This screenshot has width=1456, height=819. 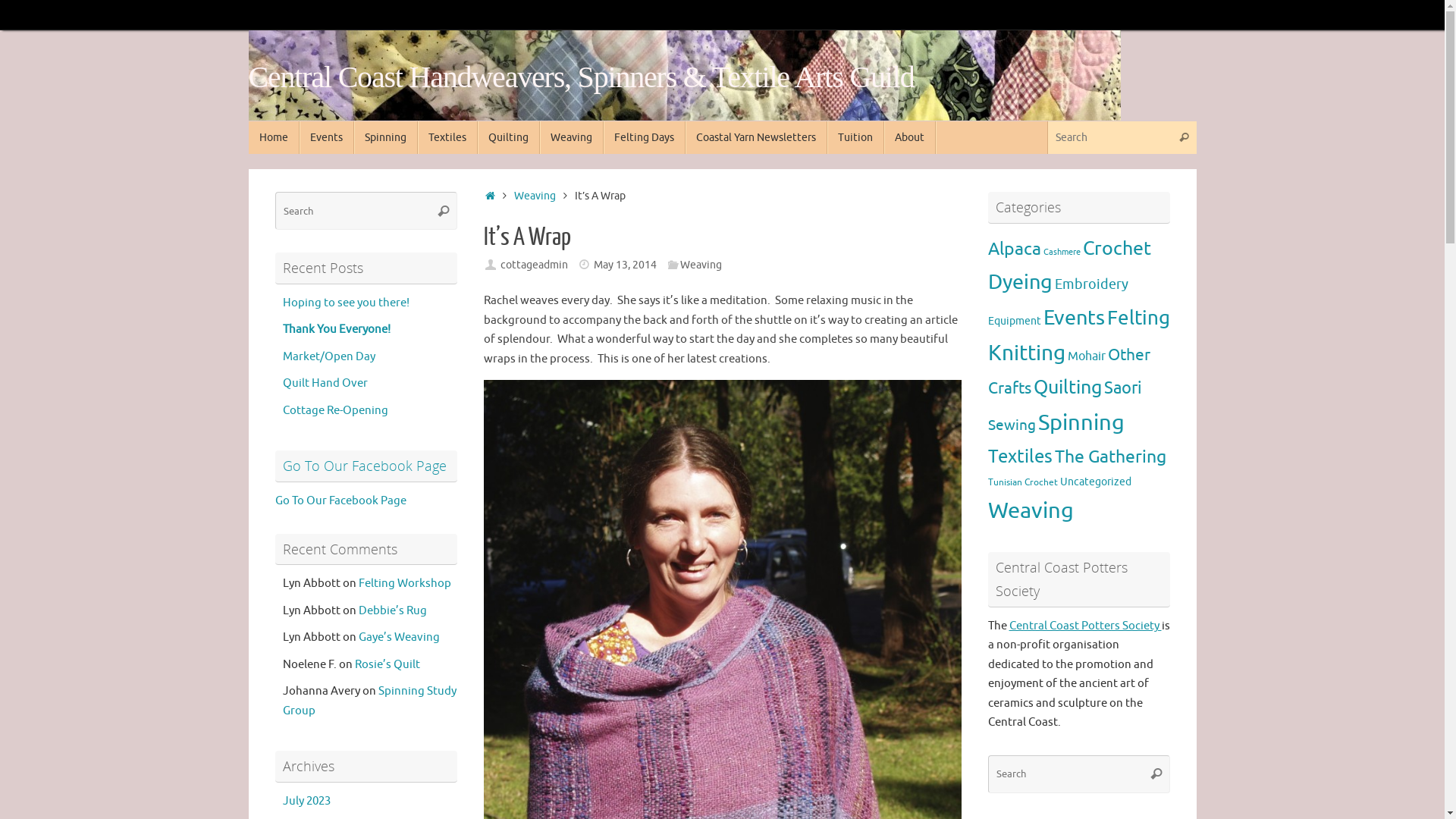 I want to click on 'Saori', so click(x=1123, y=387).